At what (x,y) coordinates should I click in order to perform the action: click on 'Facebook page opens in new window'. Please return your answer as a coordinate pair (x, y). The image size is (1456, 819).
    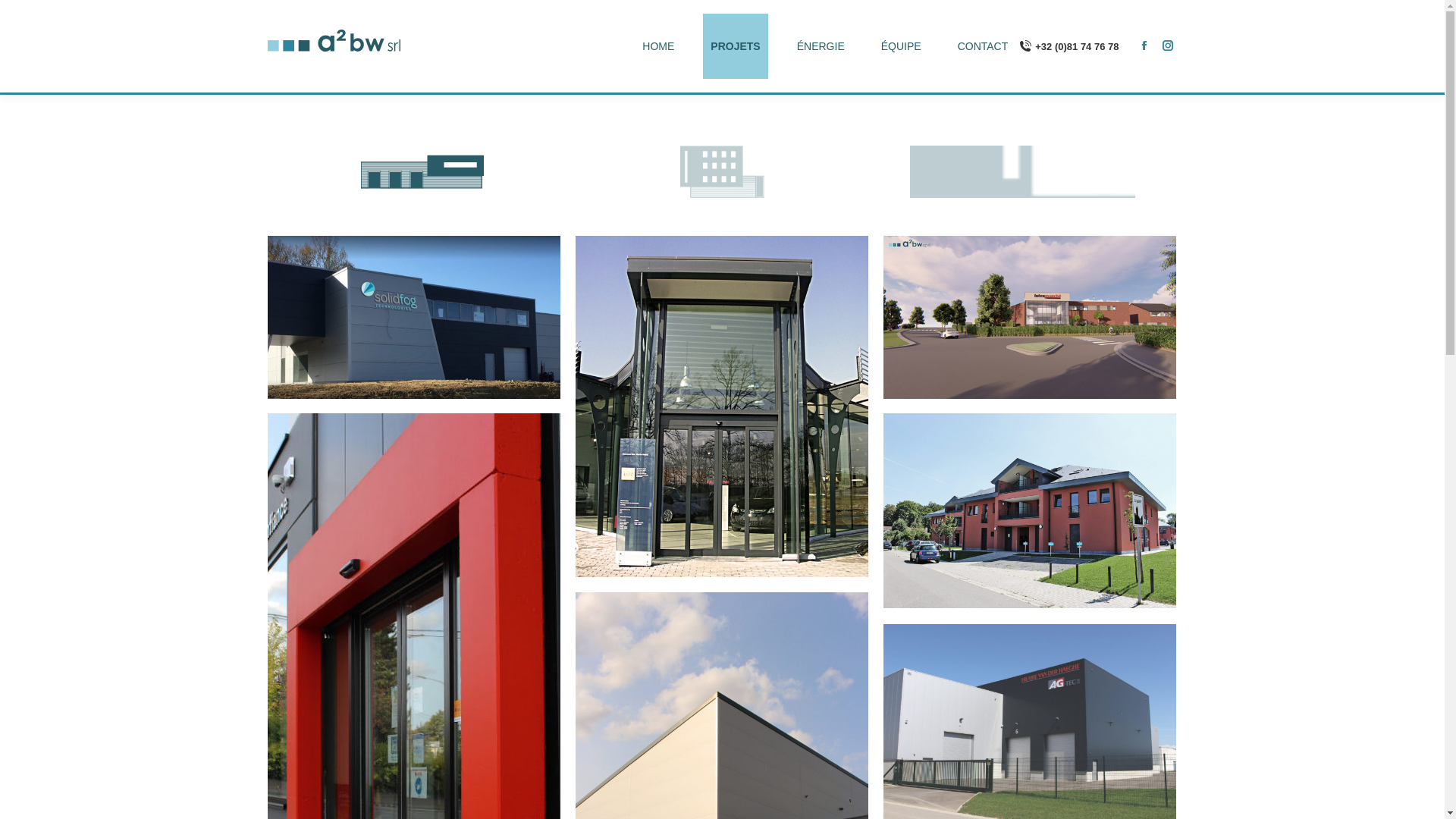
    Looking at the image, I should click on (1144, 43).